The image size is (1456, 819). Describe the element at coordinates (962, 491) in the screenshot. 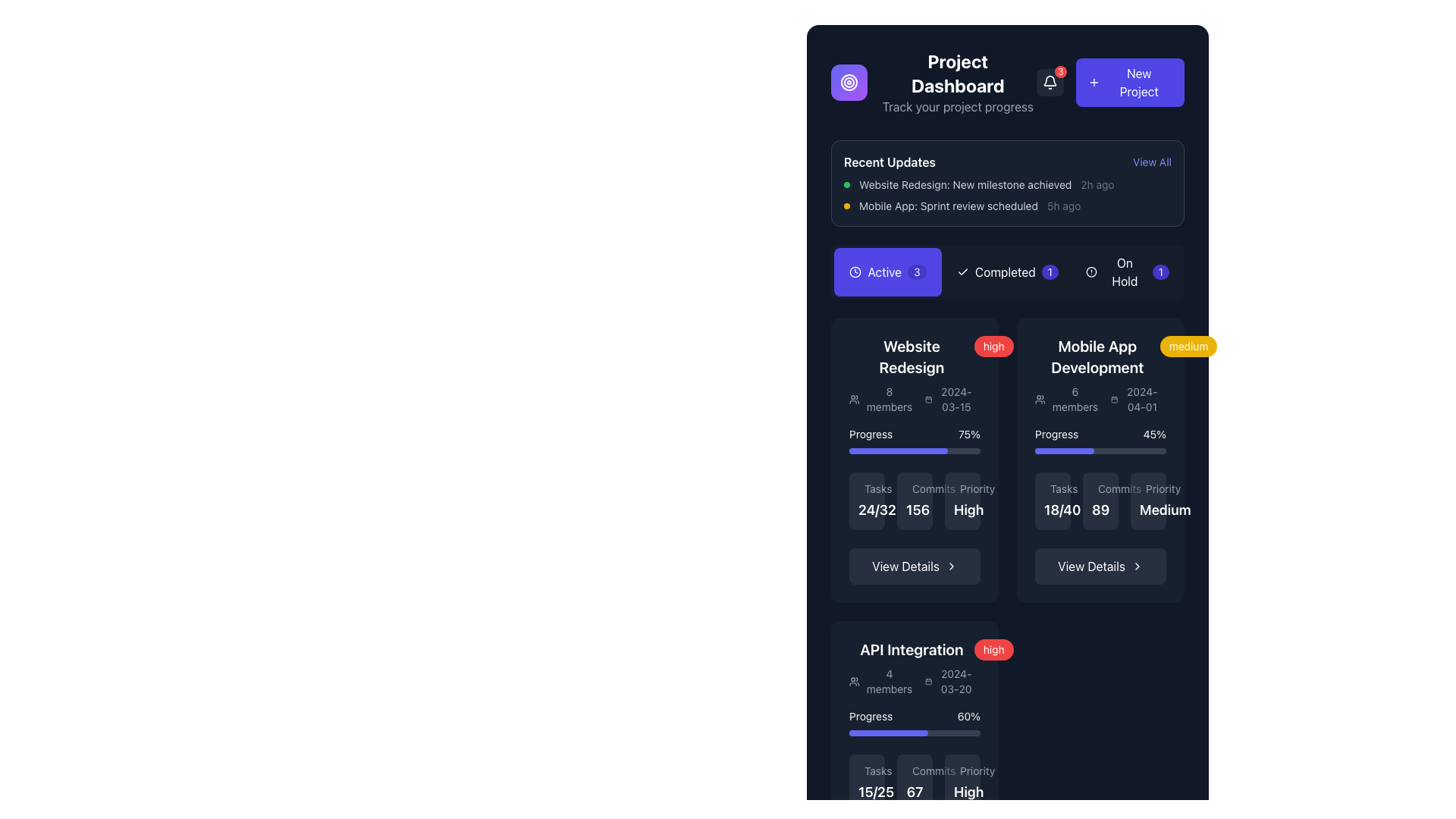

I see `the priority icon within the 'Website Redesign' card that signifies the priority level of the task` at that location.